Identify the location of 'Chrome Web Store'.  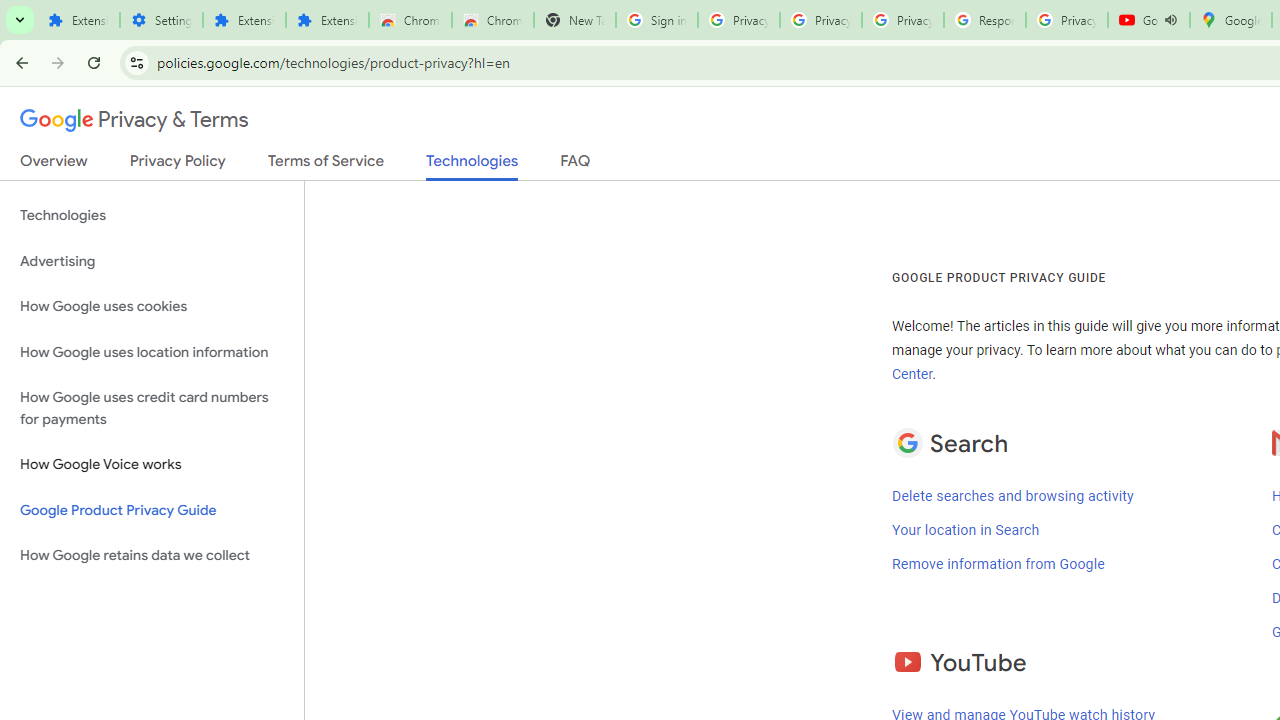
(409, 20).